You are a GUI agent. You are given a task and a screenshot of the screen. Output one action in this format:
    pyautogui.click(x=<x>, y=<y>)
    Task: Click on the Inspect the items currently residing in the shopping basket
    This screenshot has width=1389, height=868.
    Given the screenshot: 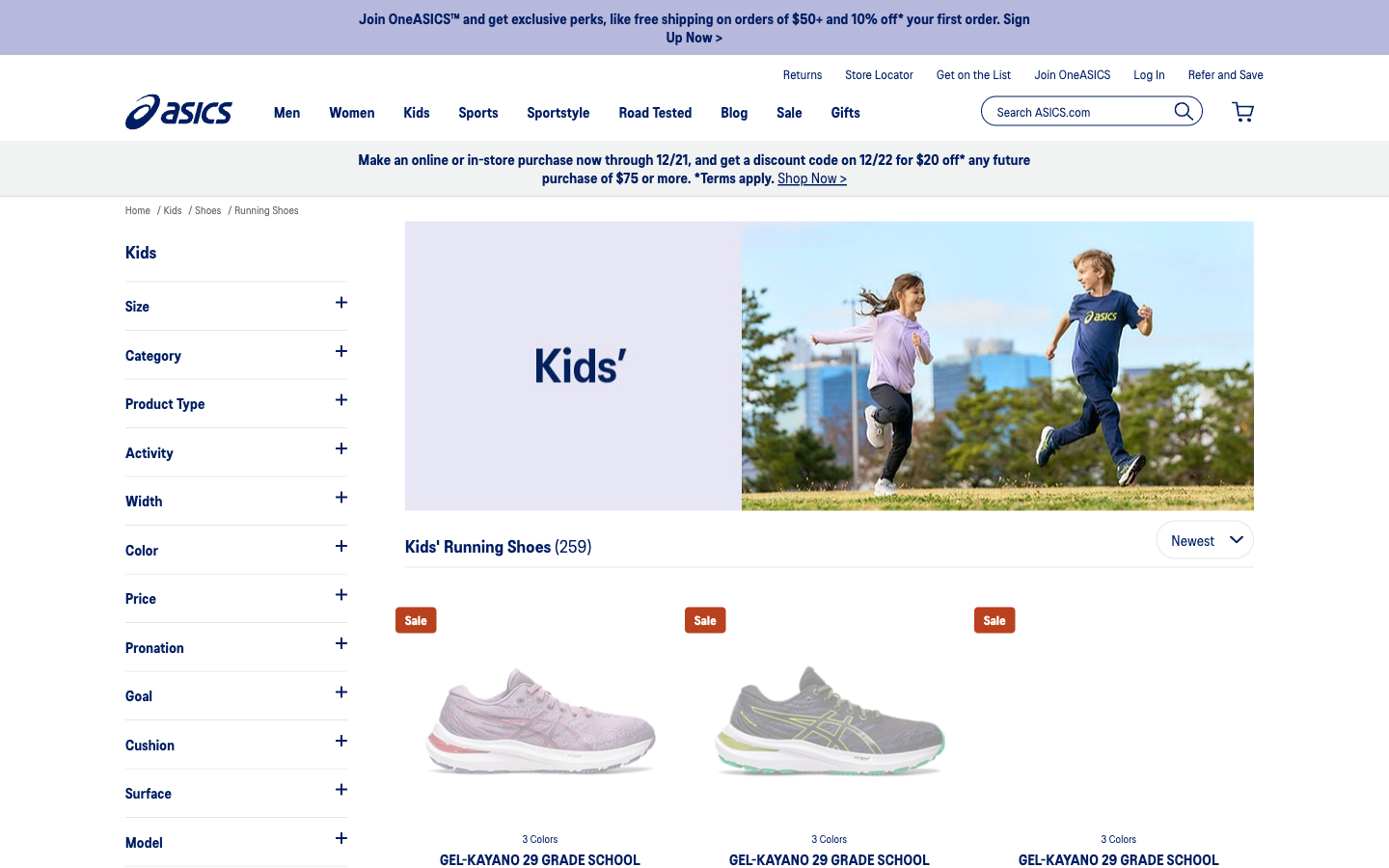 What is the action you would take?
    pyautogui.click(x=1242, y=112)
    